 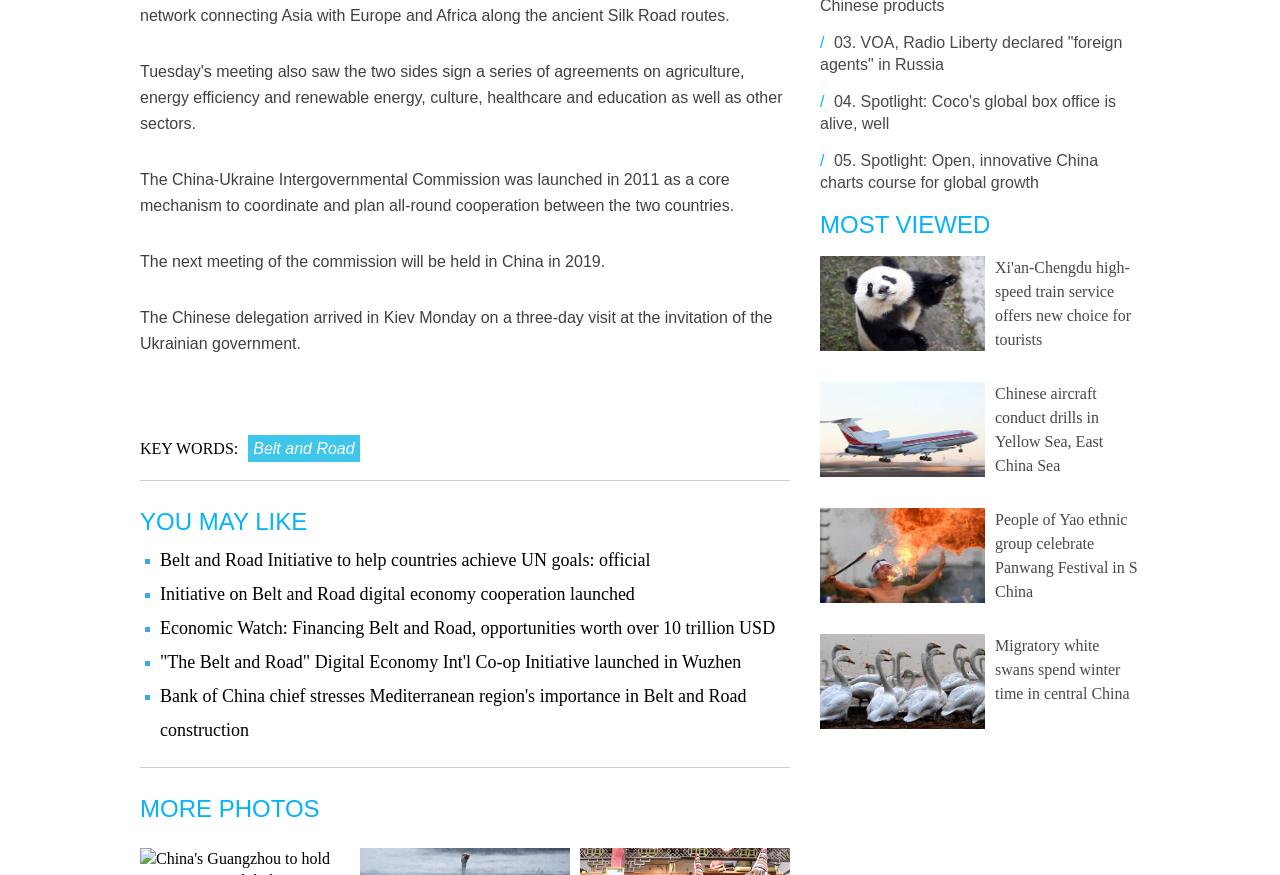 I want to click on '04.', so click(x=829, y=101).